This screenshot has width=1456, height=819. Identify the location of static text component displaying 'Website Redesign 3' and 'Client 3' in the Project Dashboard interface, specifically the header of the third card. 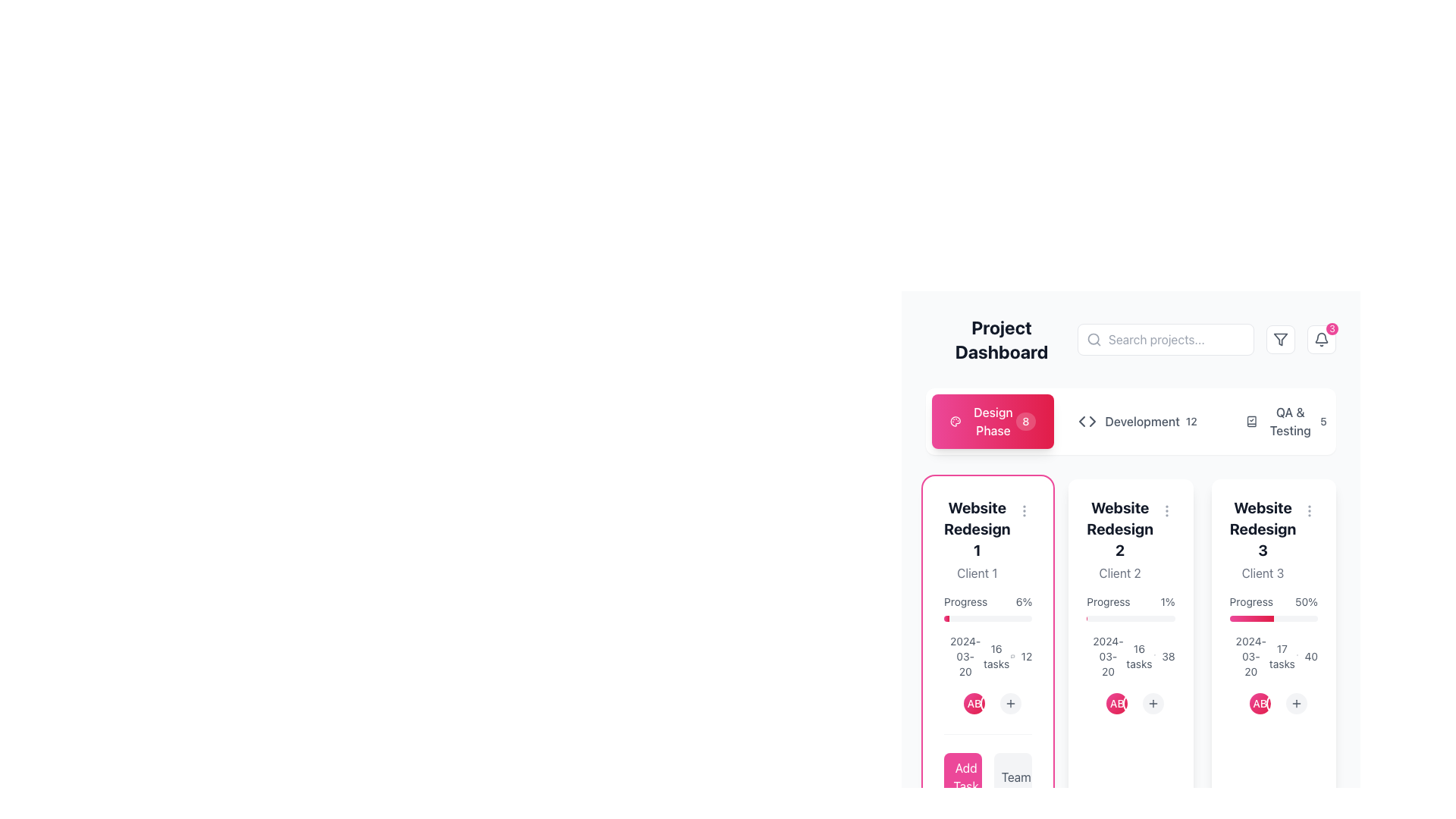
(1273, 539).